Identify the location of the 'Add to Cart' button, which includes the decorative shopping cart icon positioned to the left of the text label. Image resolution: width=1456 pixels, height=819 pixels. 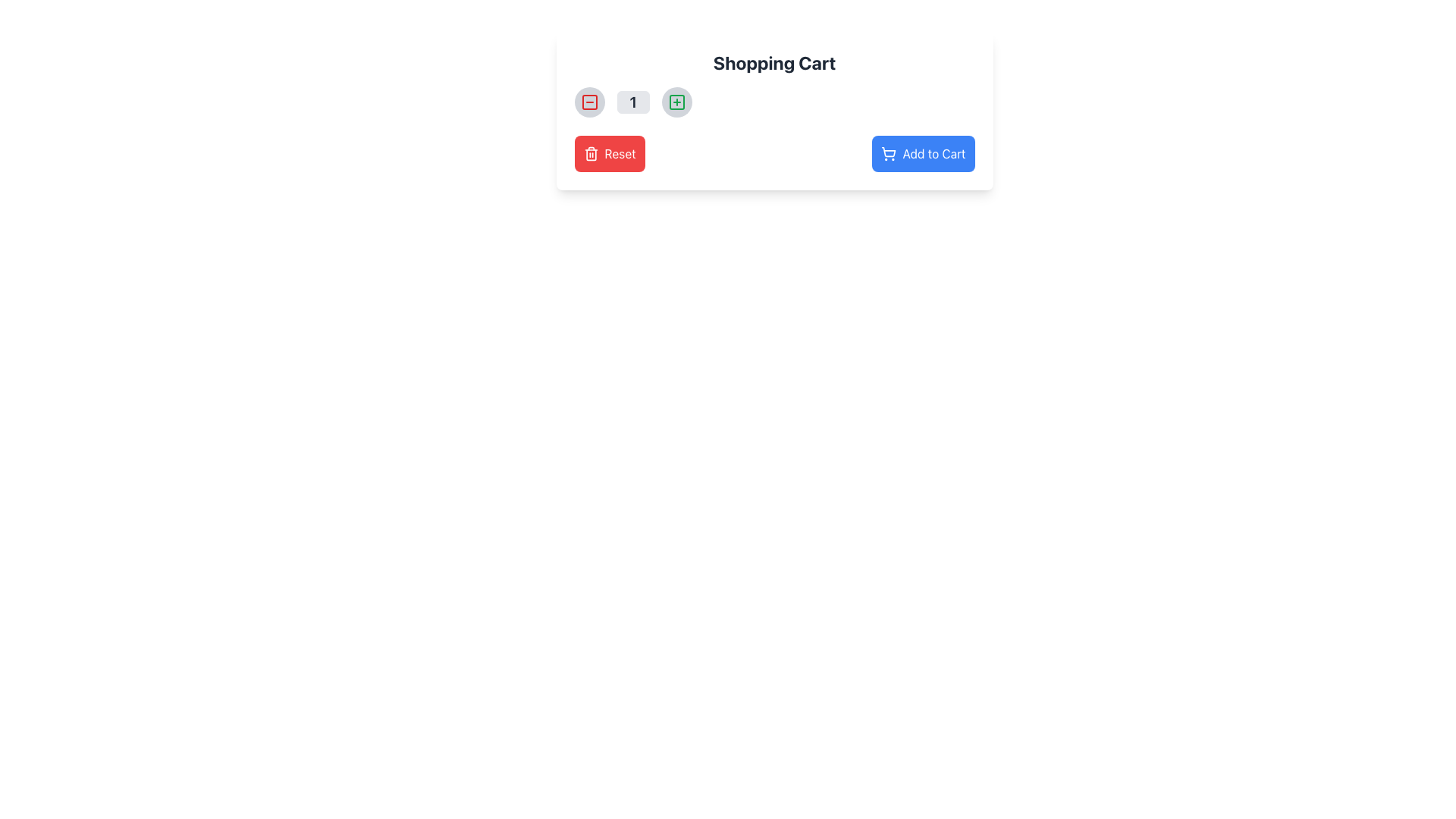
(889, 154).